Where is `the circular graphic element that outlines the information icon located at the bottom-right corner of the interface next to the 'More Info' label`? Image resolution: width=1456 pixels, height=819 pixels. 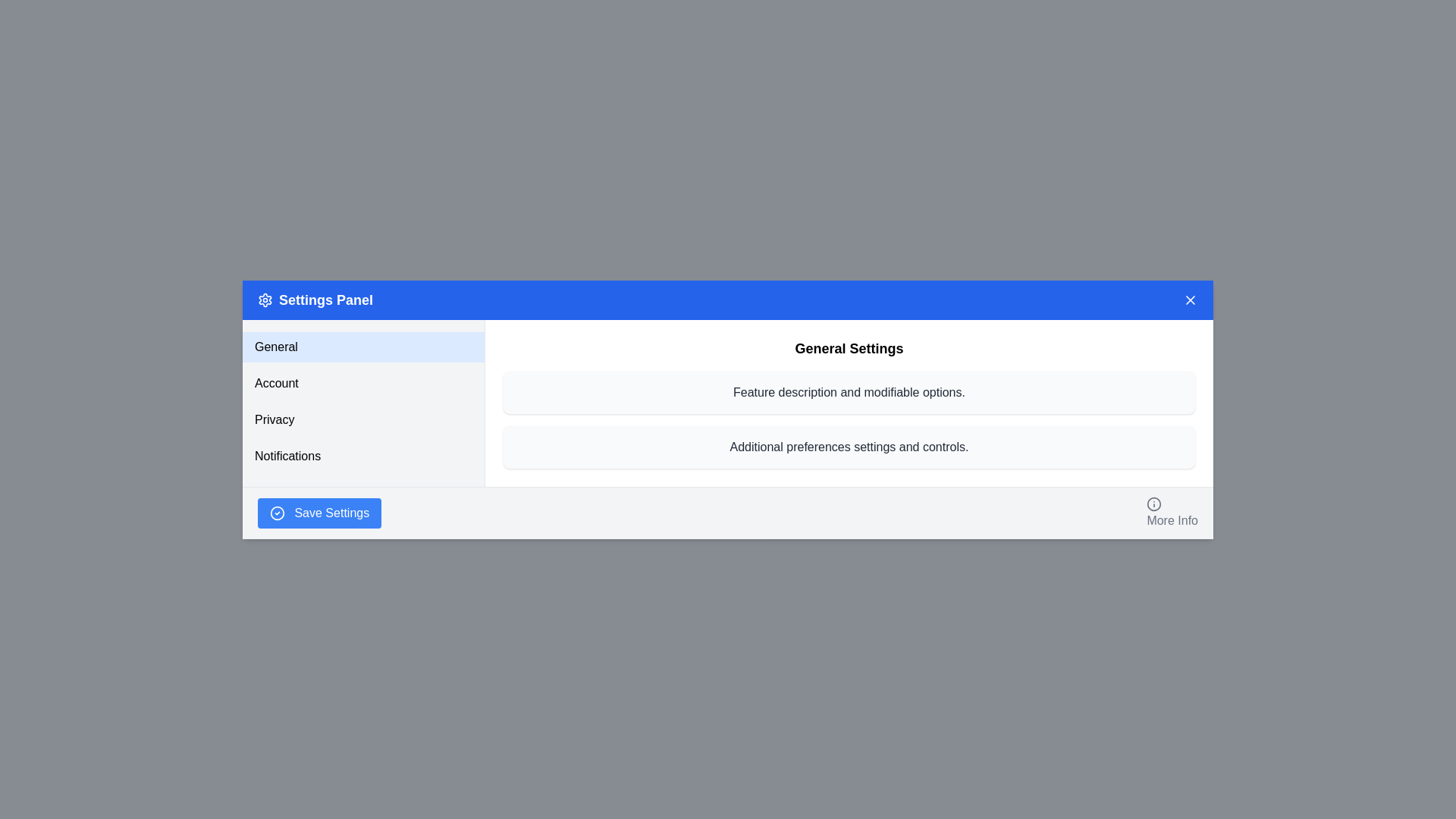
the circular graphic element that outlines the information icon located at the bottom-right corner of the interface next to the 'More Info' label is located at coordinates (1153, 504).